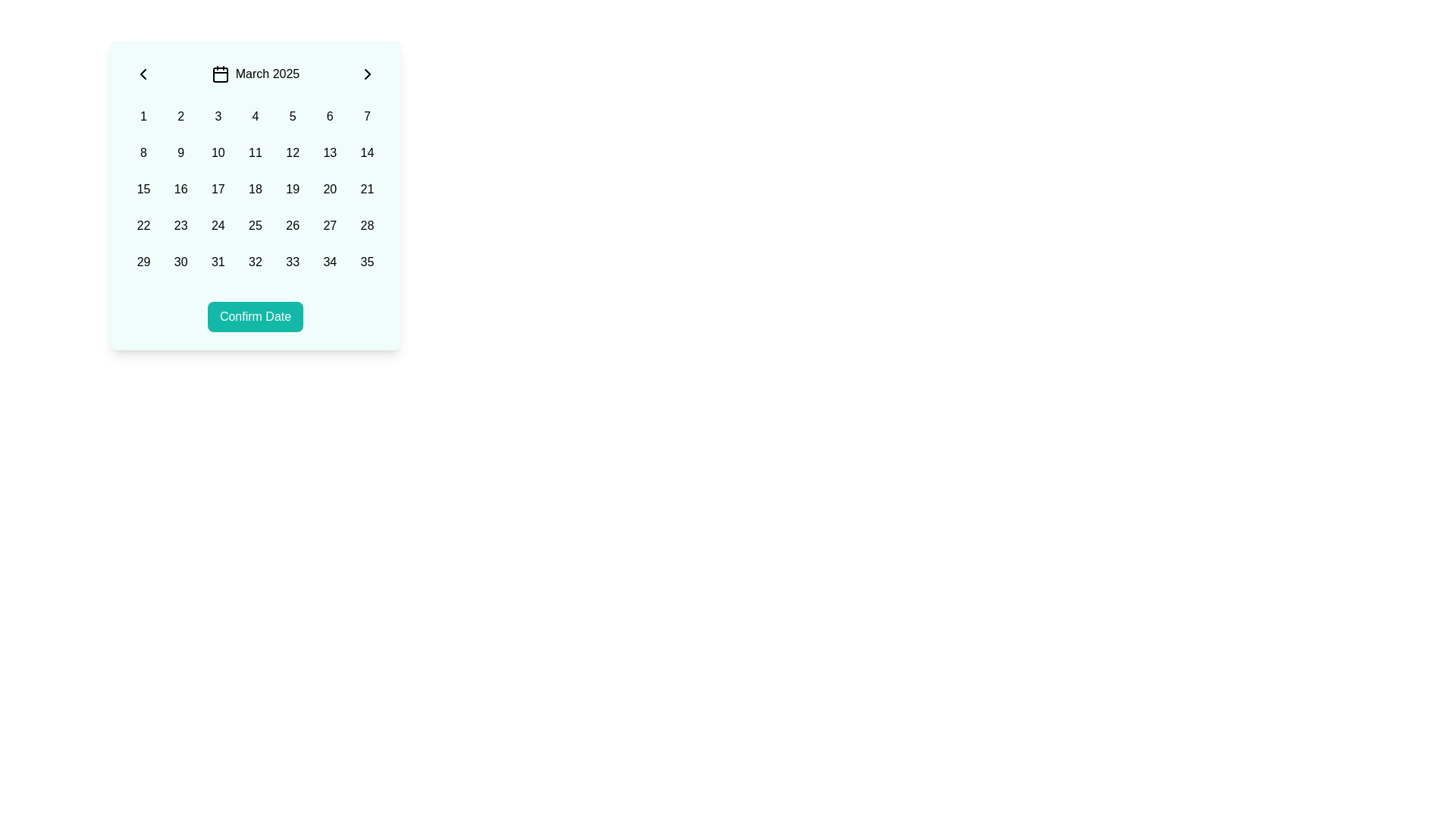 This screenshot has width=1456, height=819. What do you see at coordinates (329, 225) in the screenshot?
I see `the button representing the 27th date in the calendar` at bounding box center [329, 225].